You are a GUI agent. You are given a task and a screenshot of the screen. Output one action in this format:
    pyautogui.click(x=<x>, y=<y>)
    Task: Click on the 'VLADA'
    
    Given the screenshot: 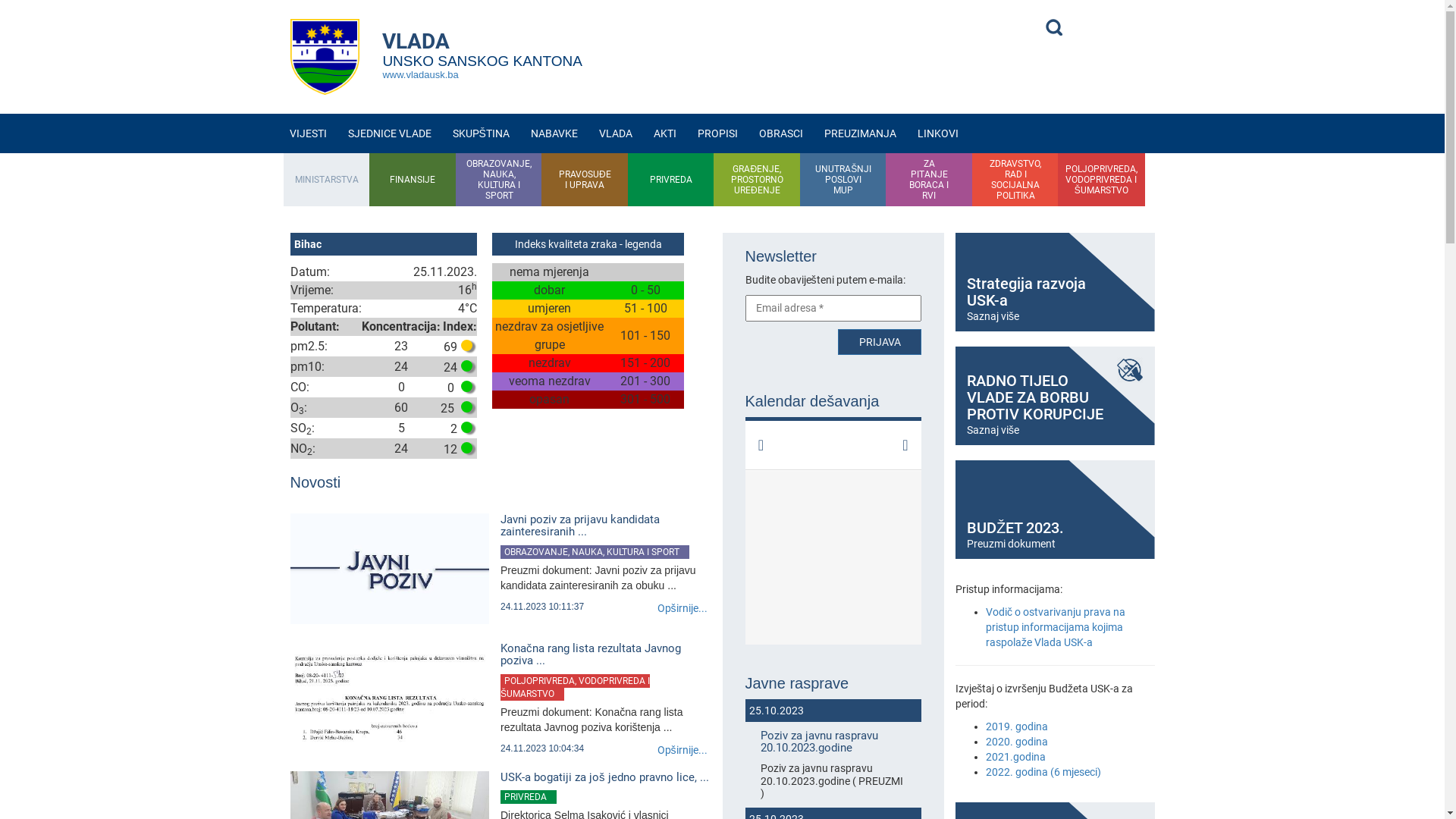 What is the action you would take?
    pyautogui.click(x=615, y=133)
    